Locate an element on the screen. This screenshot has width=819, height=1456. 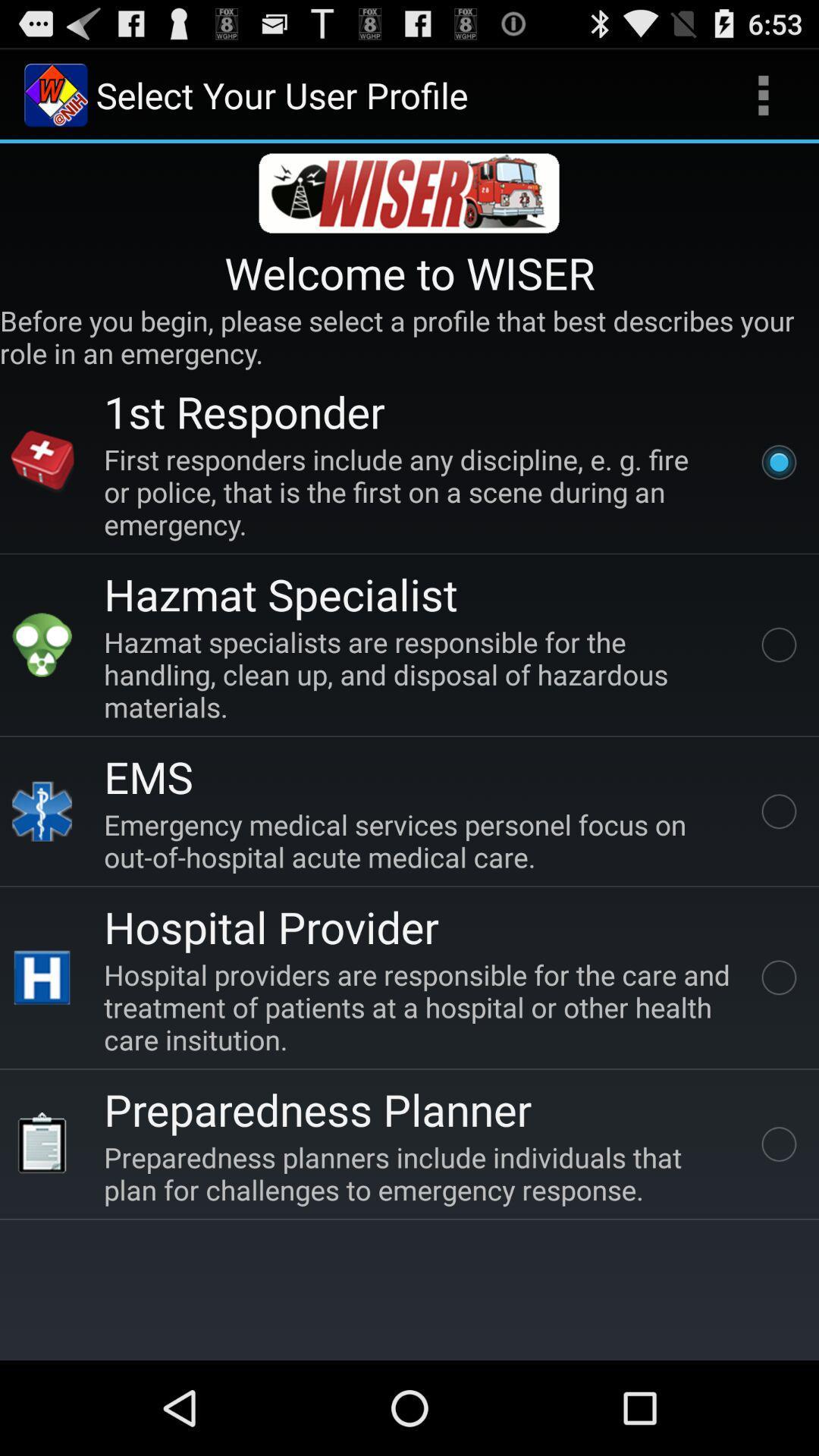
the item below hazmat specialist is located at coordinates (420, 673).